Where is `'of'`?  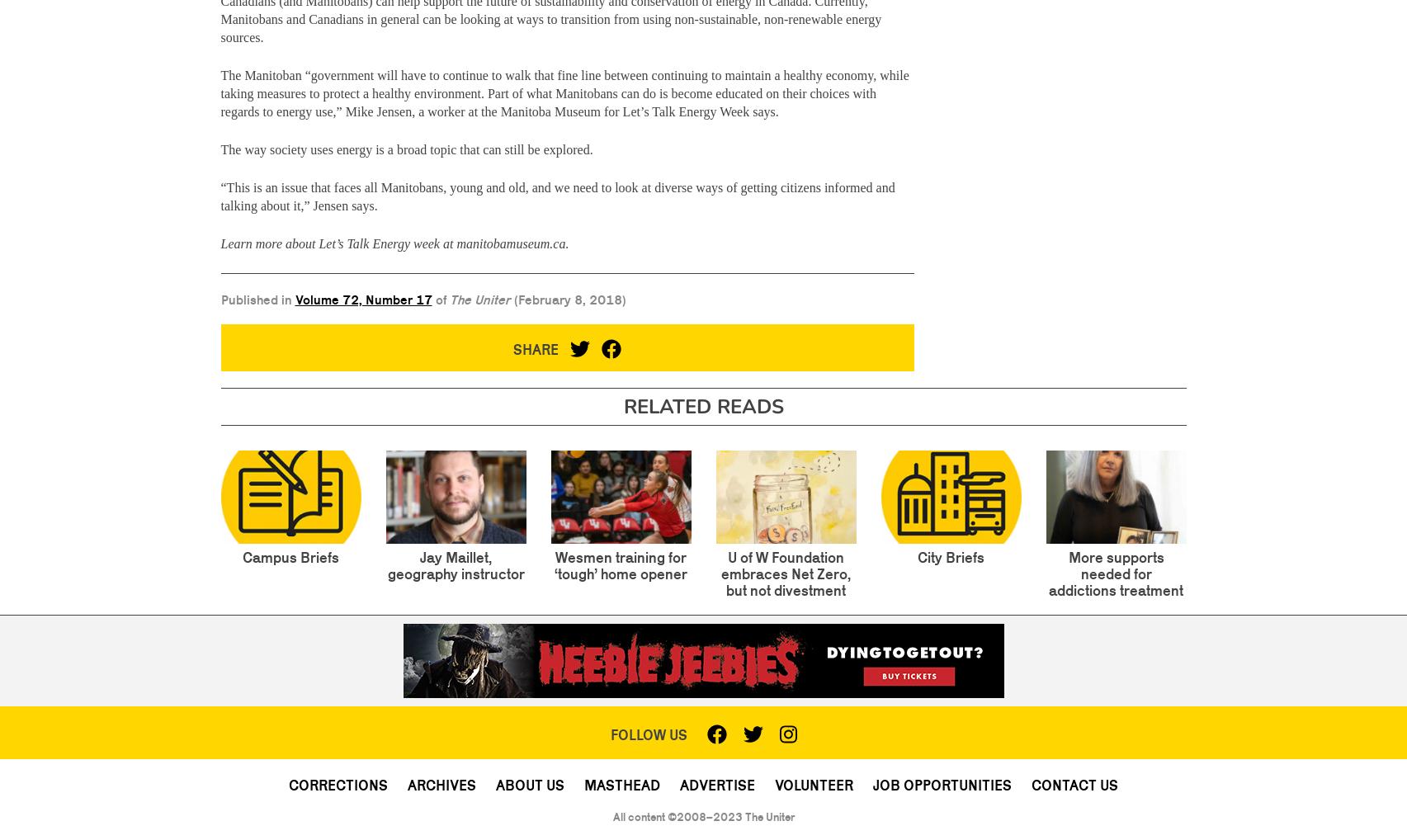
'of' is located at coordinates (440, 297).